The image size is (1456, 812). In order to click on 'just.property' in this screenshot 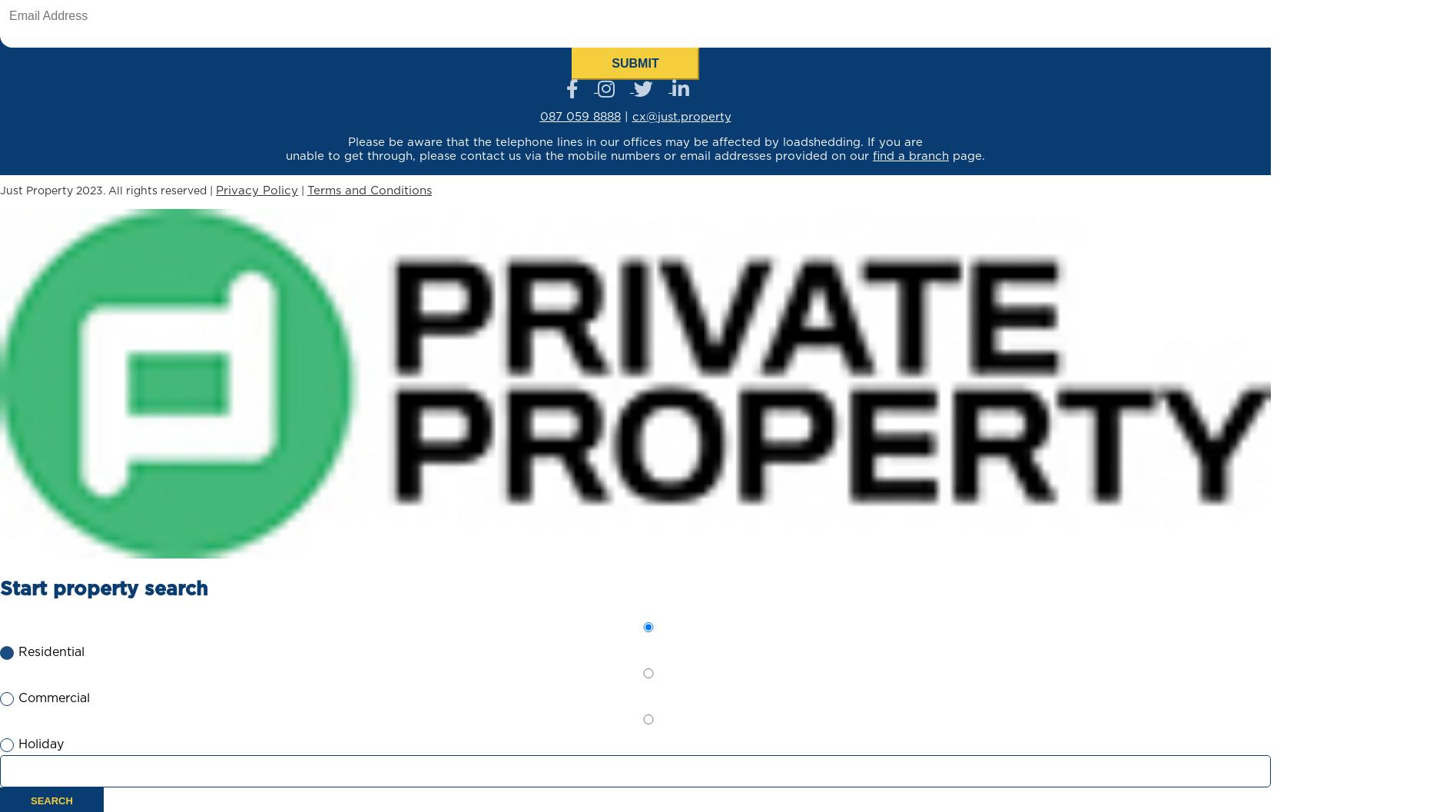, I will do `click(657, 117)`.